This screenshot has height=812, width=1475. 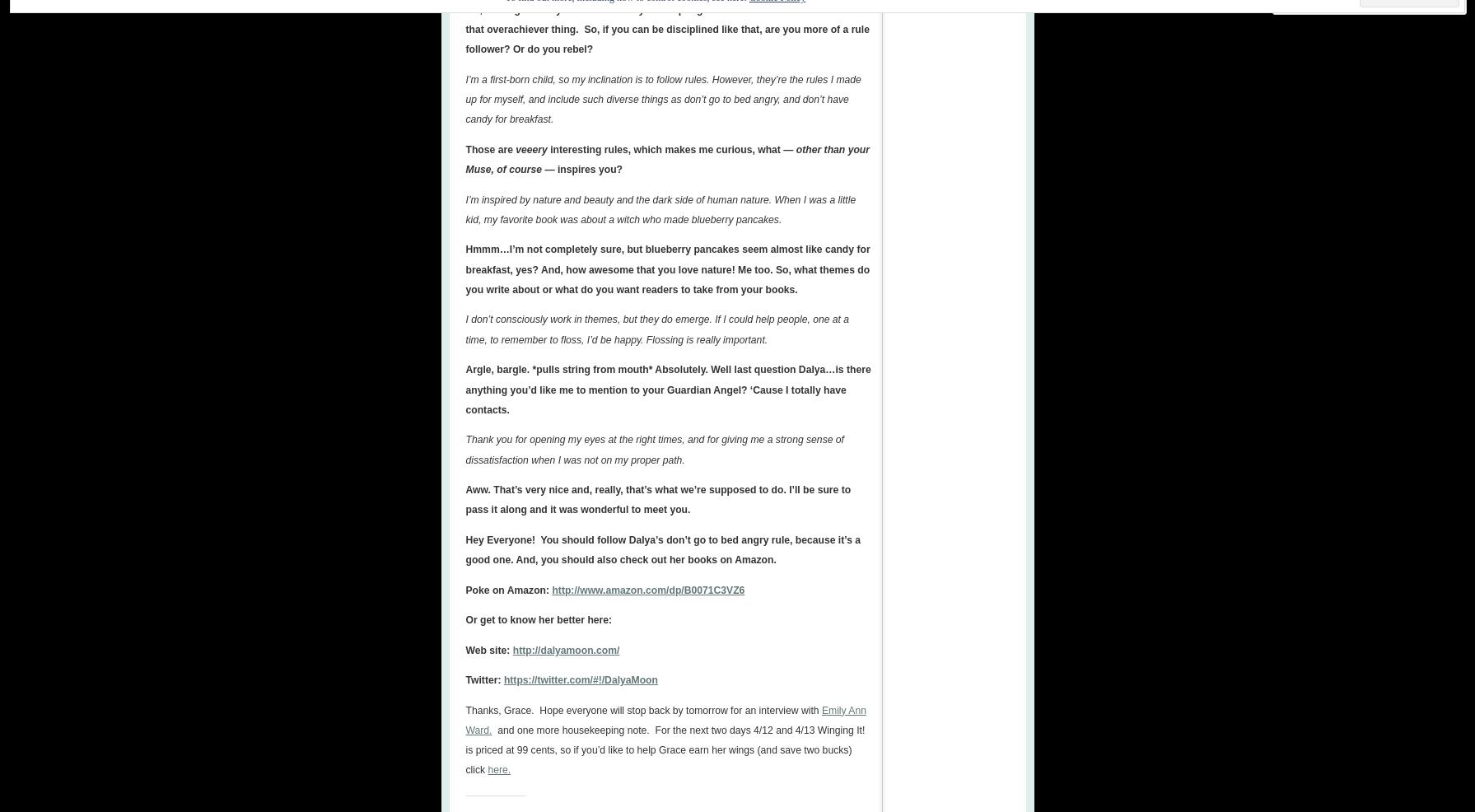 I want to click on 'Thank you for opening my eyes at the right times, and for giving me a strong sense of dissatisfaction when I was not on my proper path.', so click(x=654, y=449).